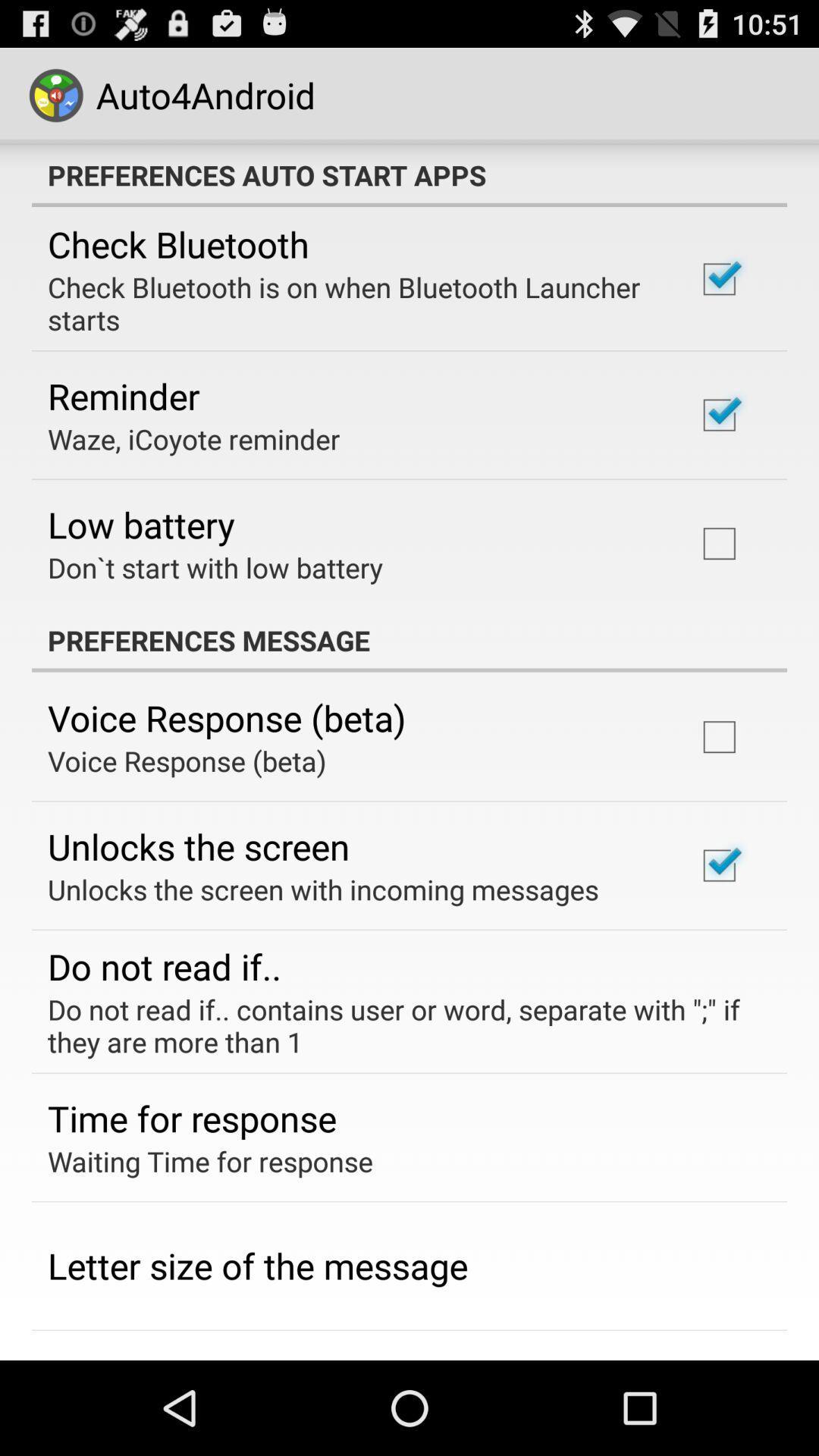 The image size is (819, 1456). What do you see at coordinates (409, 640) in the screenshot?
I see `app below the don t start app` at bounding box center [409, 640].